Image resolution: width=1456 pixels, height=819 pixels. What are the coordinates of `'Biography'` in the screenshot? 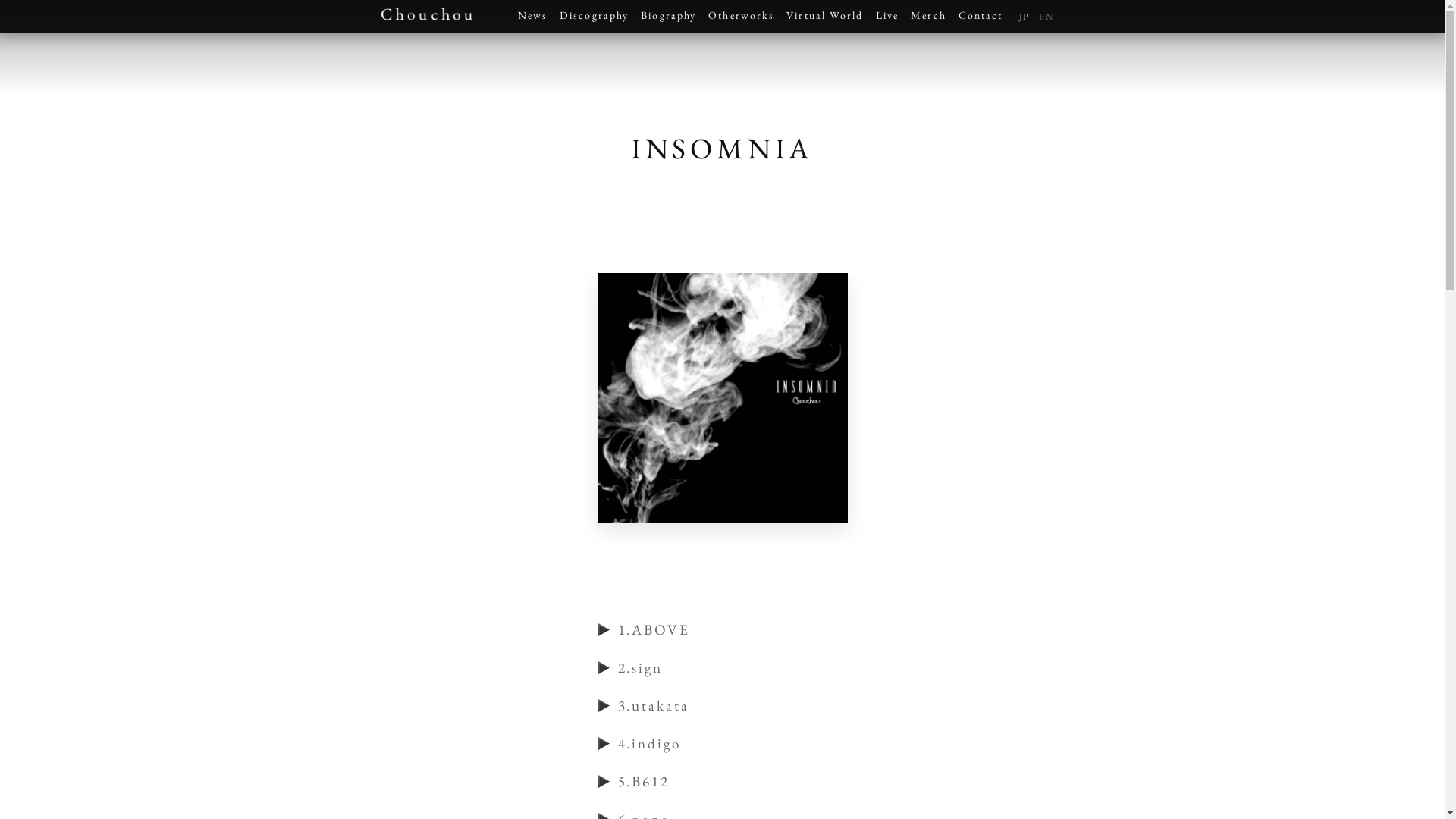 It's located at (667, 16).